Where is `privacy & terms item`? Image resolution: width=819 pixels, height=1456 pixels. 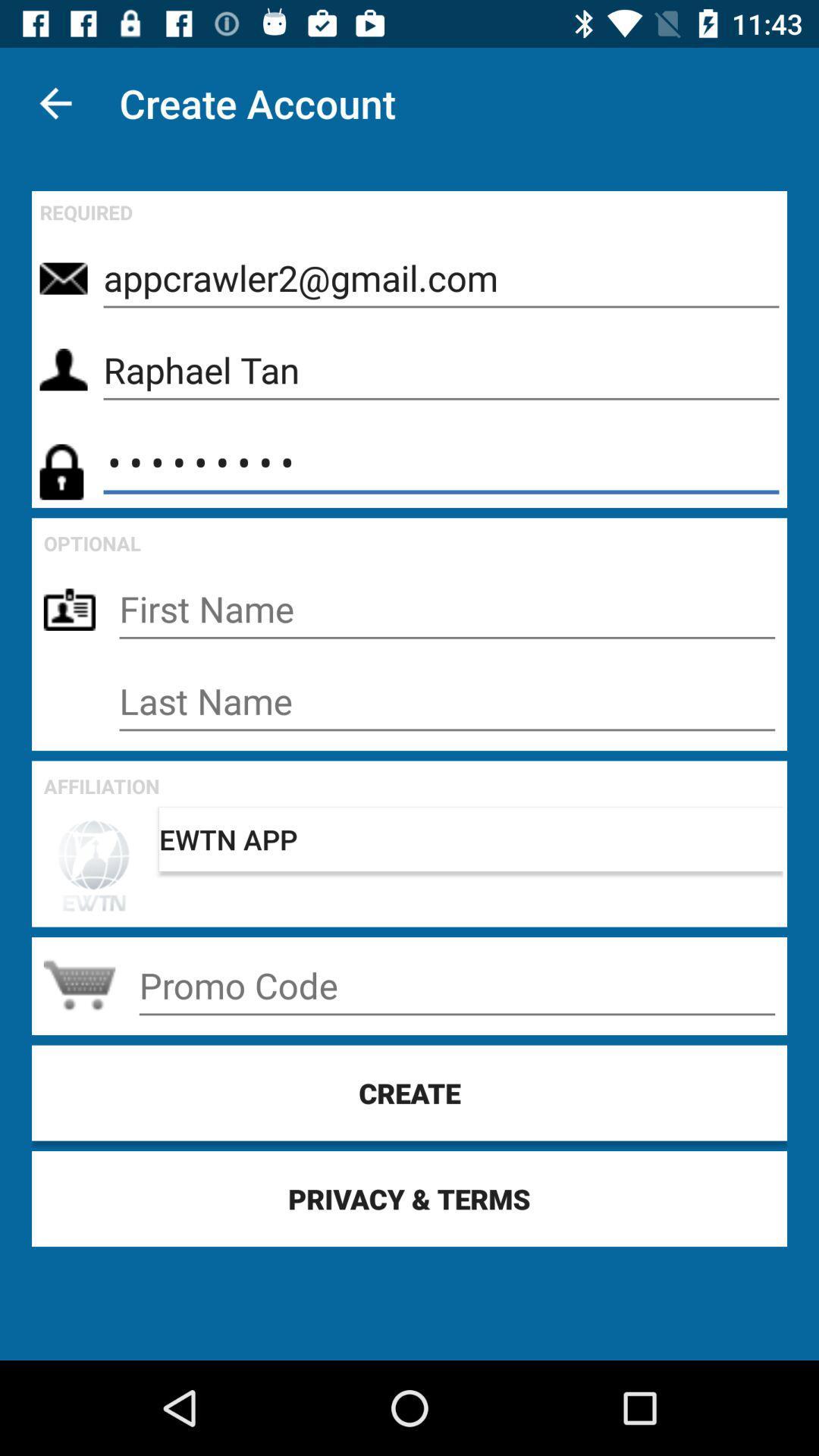 privacy & terms item is located at coordinates (409, 1197).